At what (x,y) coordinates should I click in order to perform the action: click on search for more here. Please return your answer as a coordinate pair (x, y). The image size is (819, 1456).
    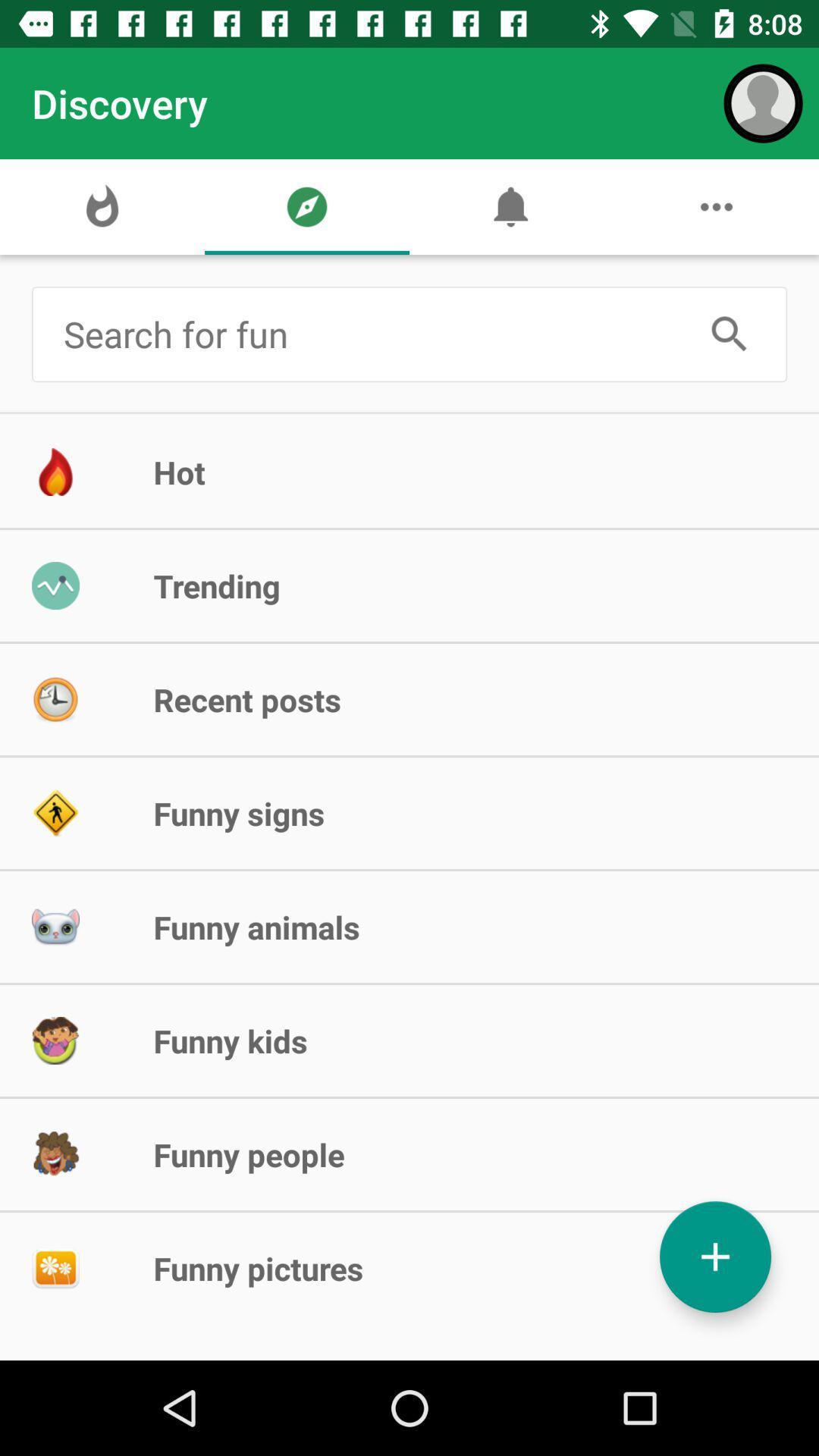
    Looking at the image, I should click on (372, 333).